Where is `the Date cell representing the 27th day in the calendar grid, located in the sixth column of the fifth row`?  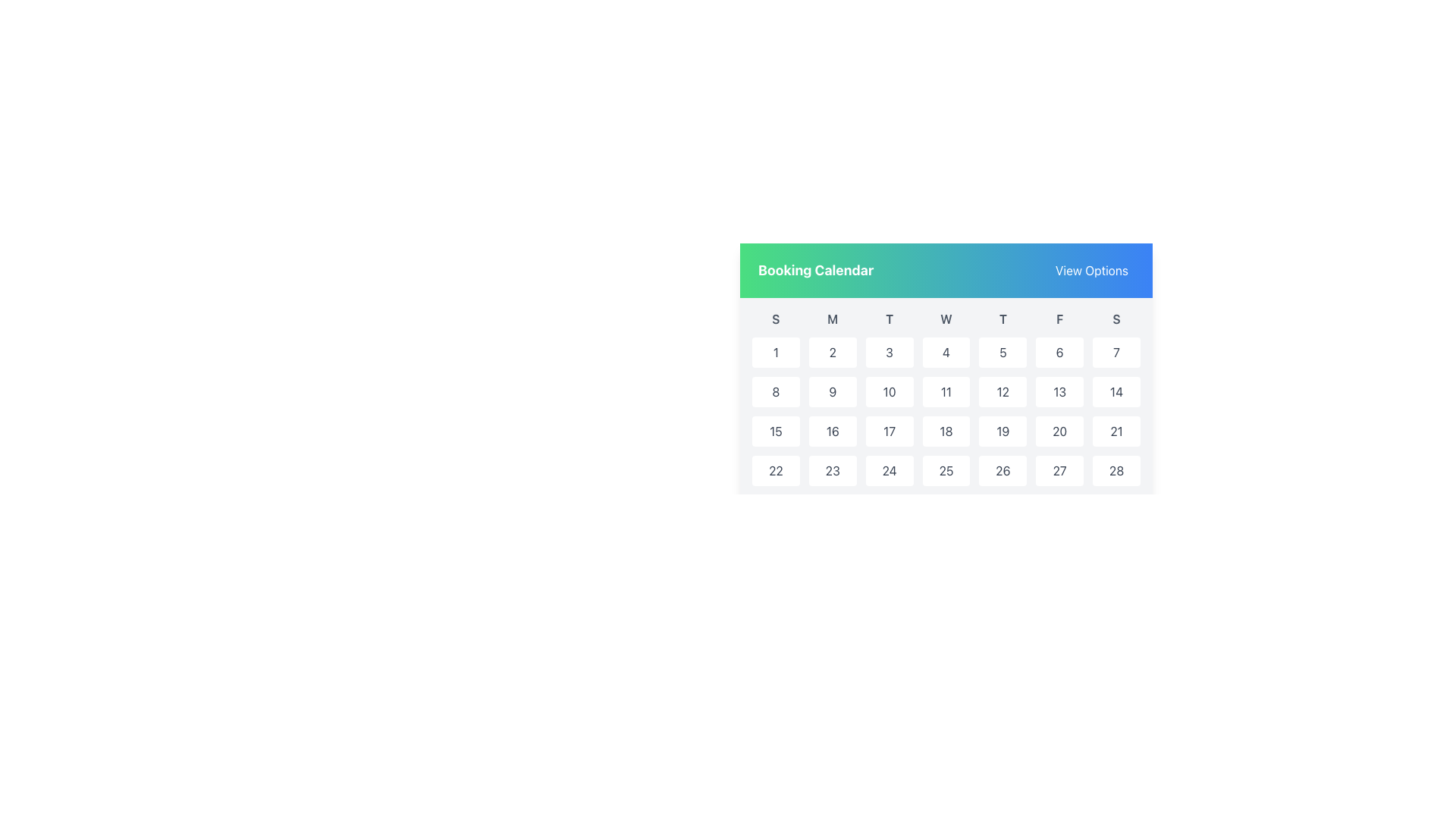 the Date cell representing the 27th day in the calendar grid, located in the sixth column of the fifth row is located at coordinates (1058, 470).